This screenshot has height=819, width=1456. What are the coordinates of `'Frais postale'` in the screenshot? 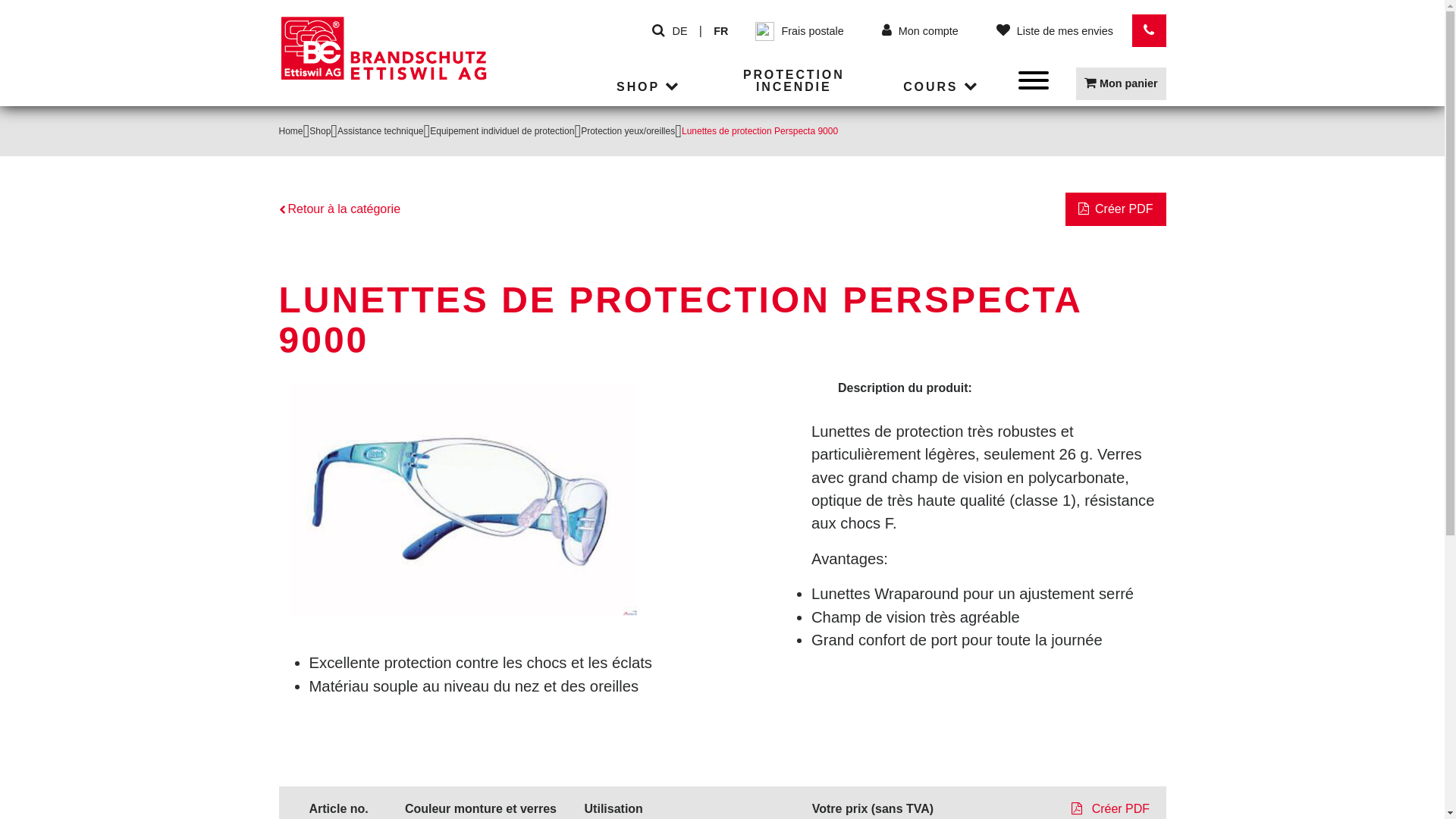 It's located at (747, 30).